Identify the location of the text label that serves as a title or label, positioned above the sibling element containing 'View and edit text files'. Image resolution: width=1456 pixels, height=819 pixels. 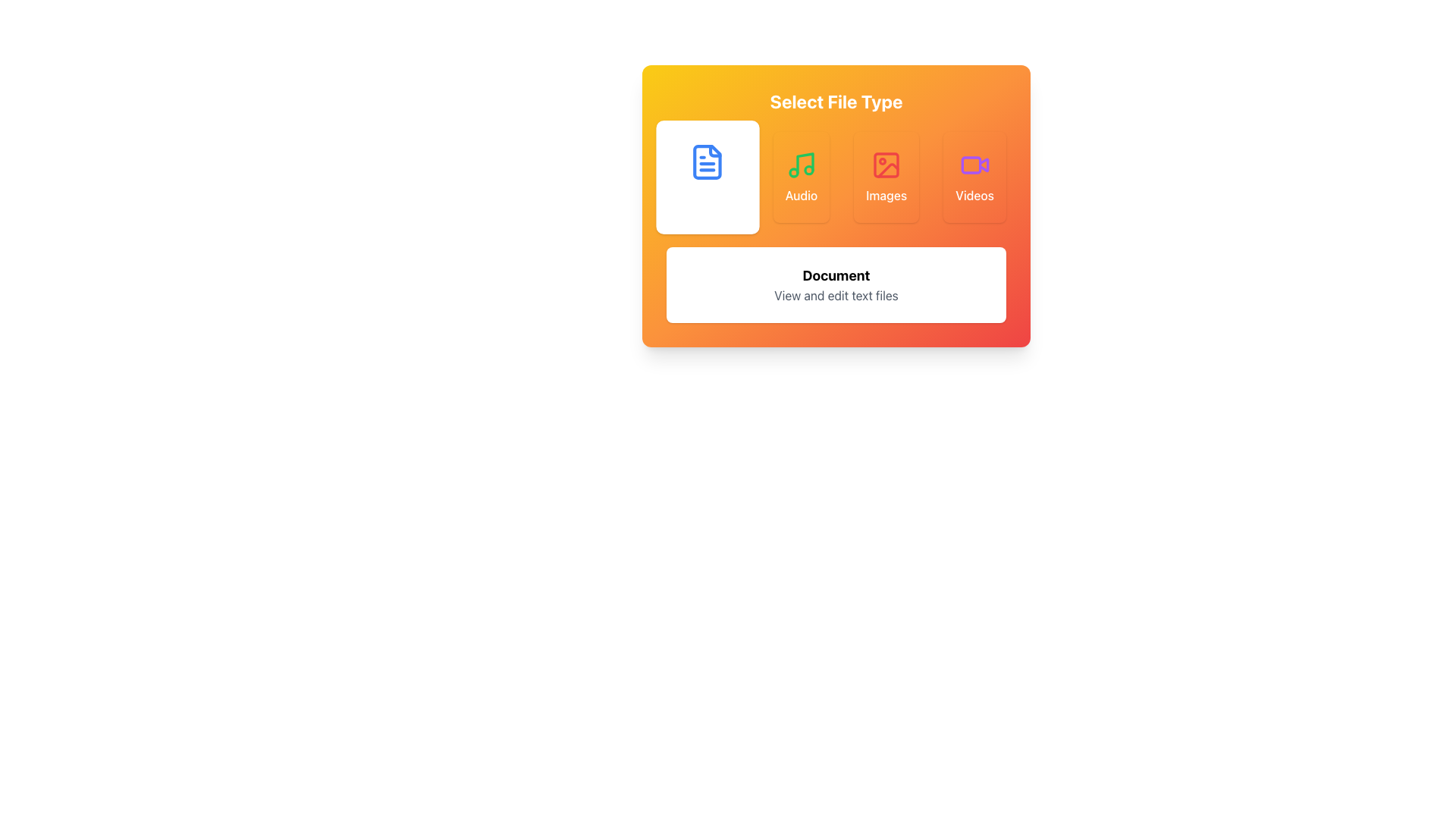
(836, 275).